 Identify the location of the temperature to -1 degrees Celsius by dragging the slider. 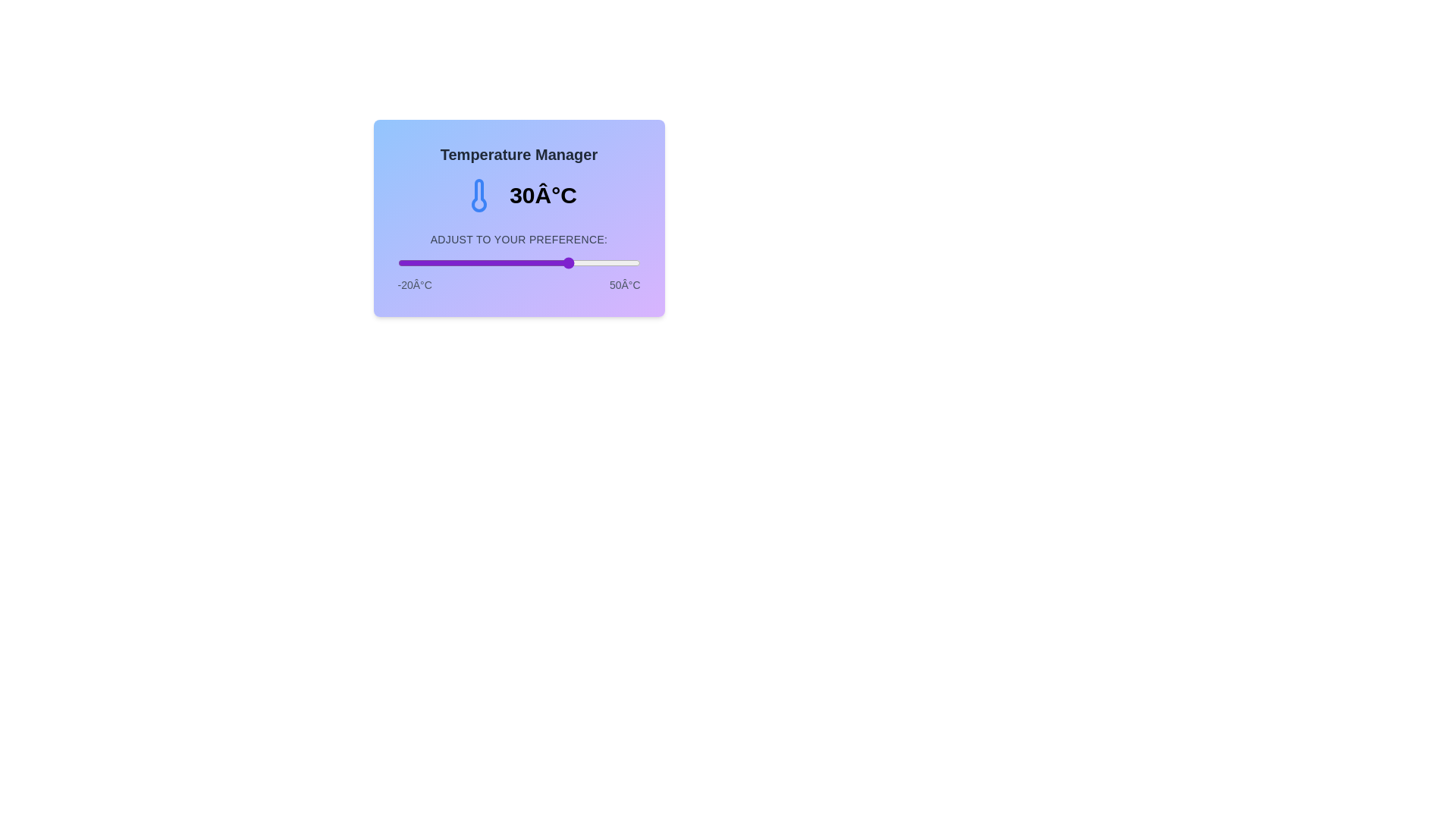
(463, 262).